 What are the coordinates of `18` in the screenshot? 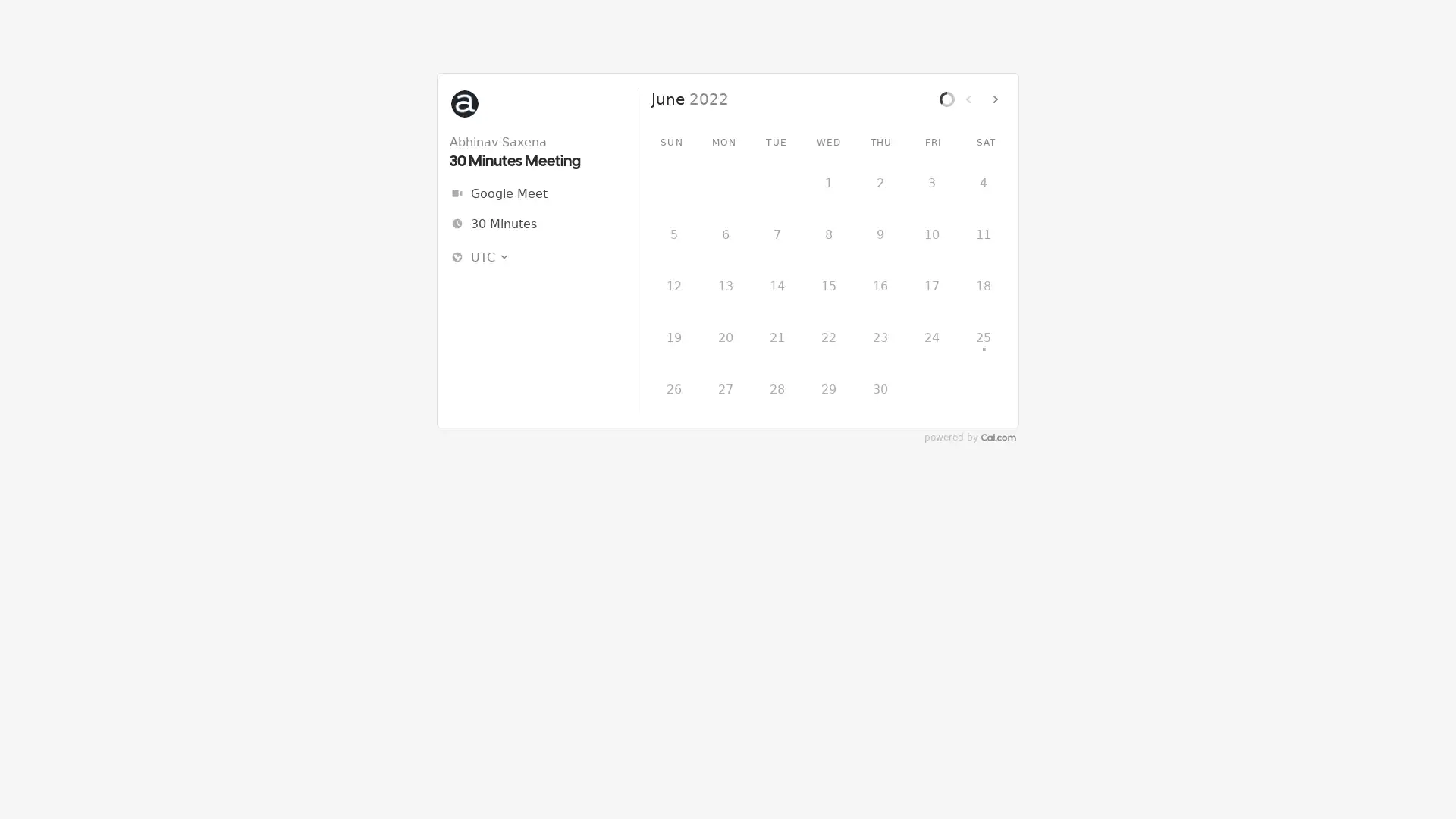 It's located at (983, 286).